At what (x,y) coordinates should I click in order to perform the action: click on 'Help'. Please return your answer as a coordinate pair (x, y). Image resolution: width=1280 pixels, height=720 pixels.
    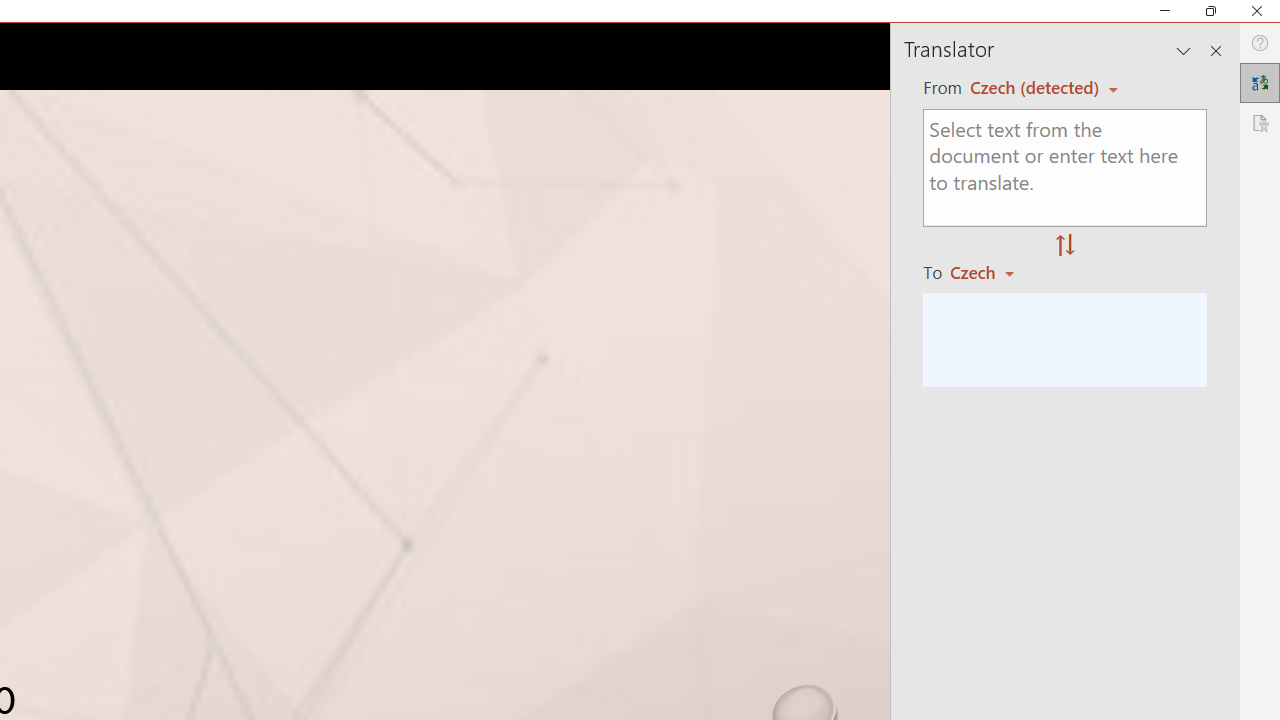
    Looking at the image, I should click on (1259, 43).